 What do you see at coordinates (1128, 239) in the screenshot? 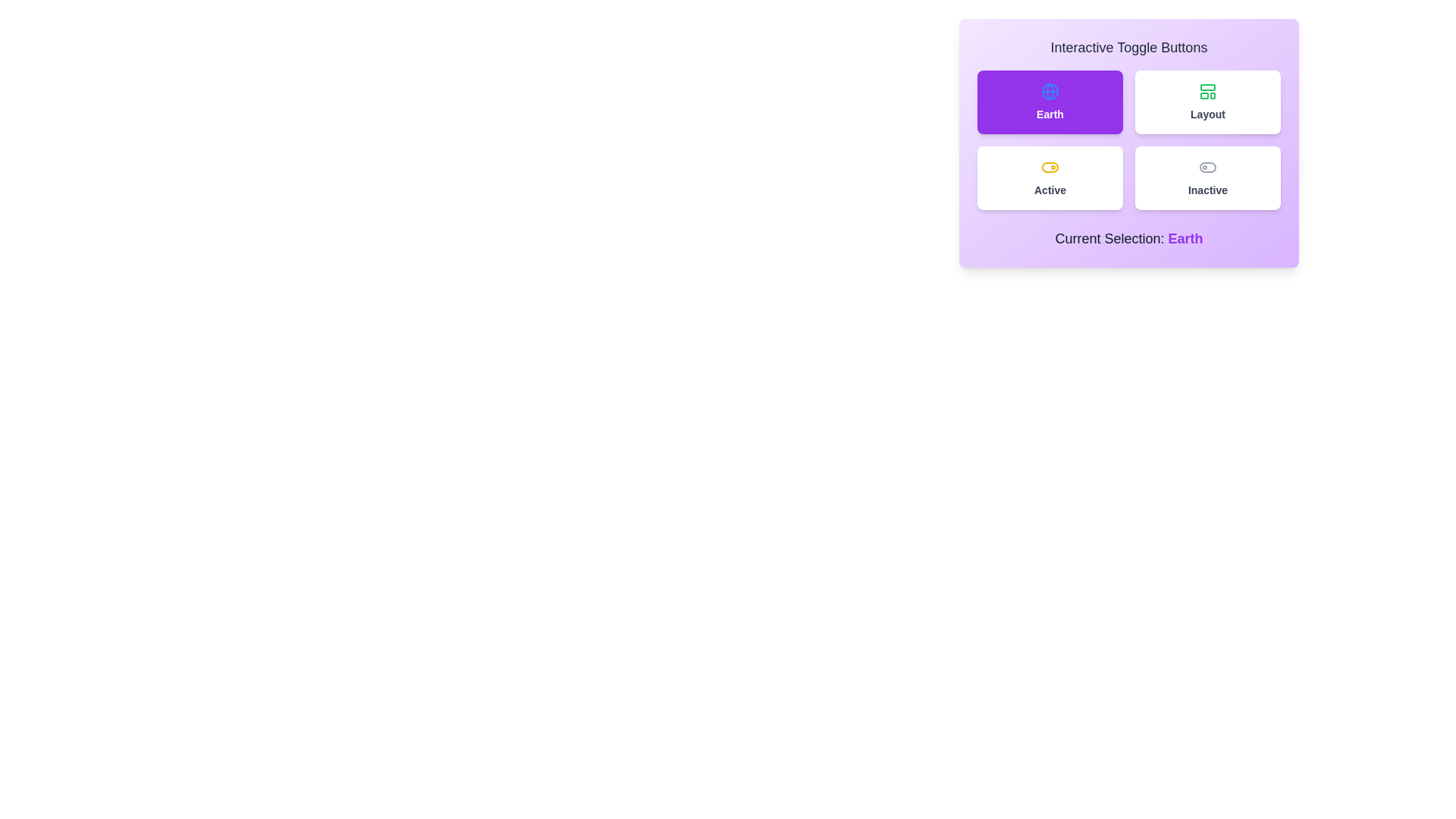
I see `the text content of the element displaying the current selection below the buttons` at bounding box center [1128, 239].